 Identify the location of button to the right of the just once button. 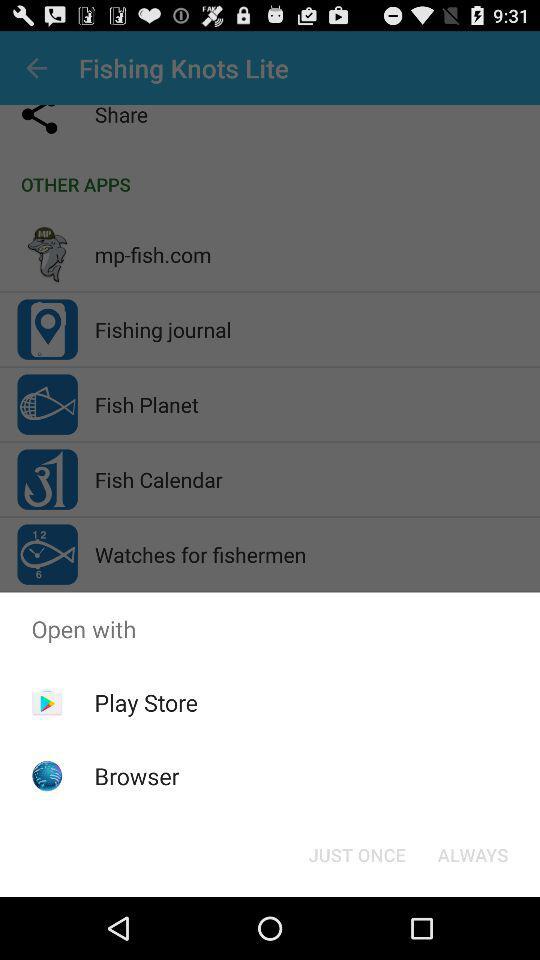
(472, 853).